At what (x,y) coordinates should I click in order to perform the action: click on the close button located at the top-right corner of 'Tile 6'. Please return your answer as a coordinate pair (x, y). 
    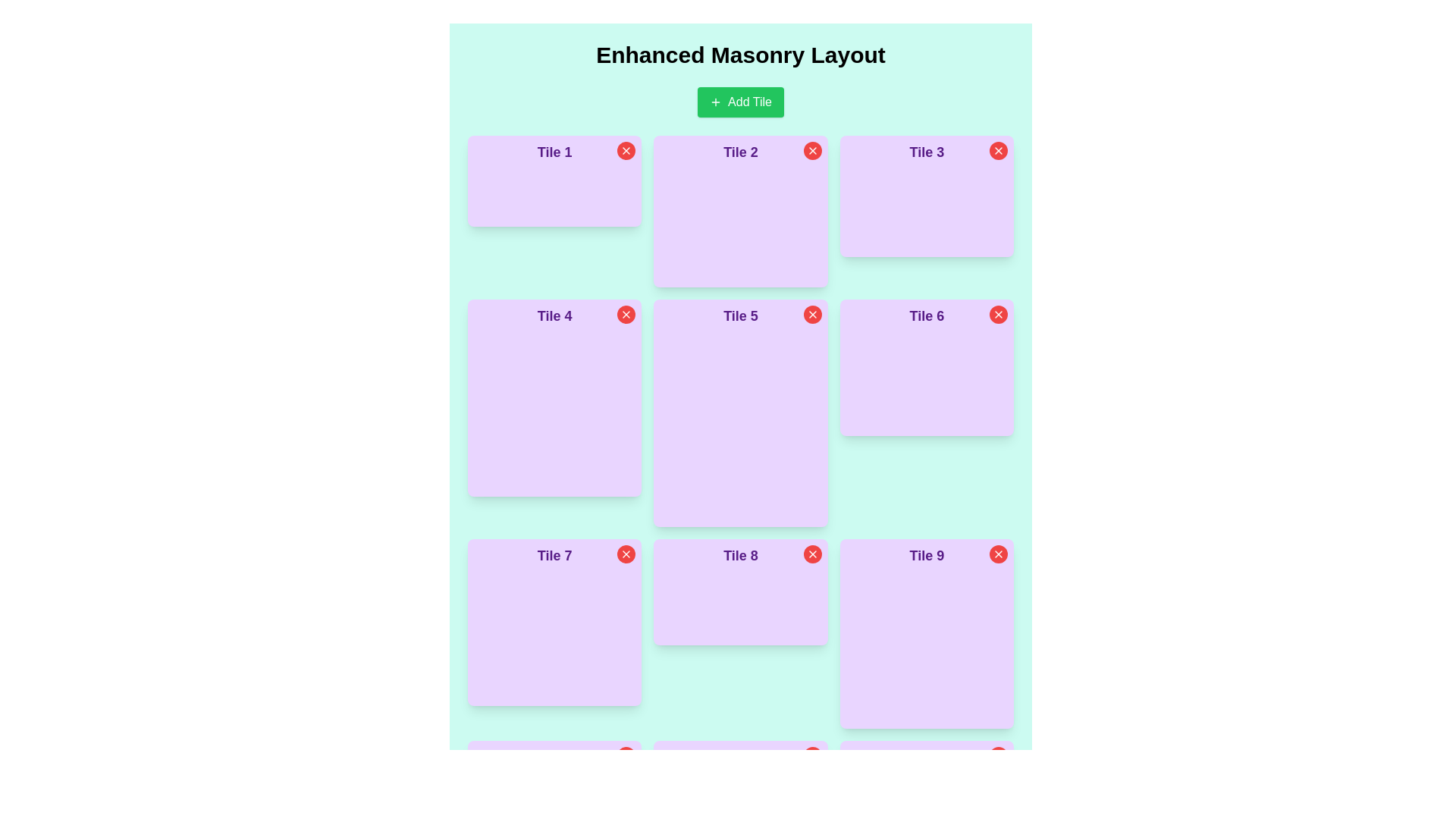
    Looking at the image, I should click on (998, 314).